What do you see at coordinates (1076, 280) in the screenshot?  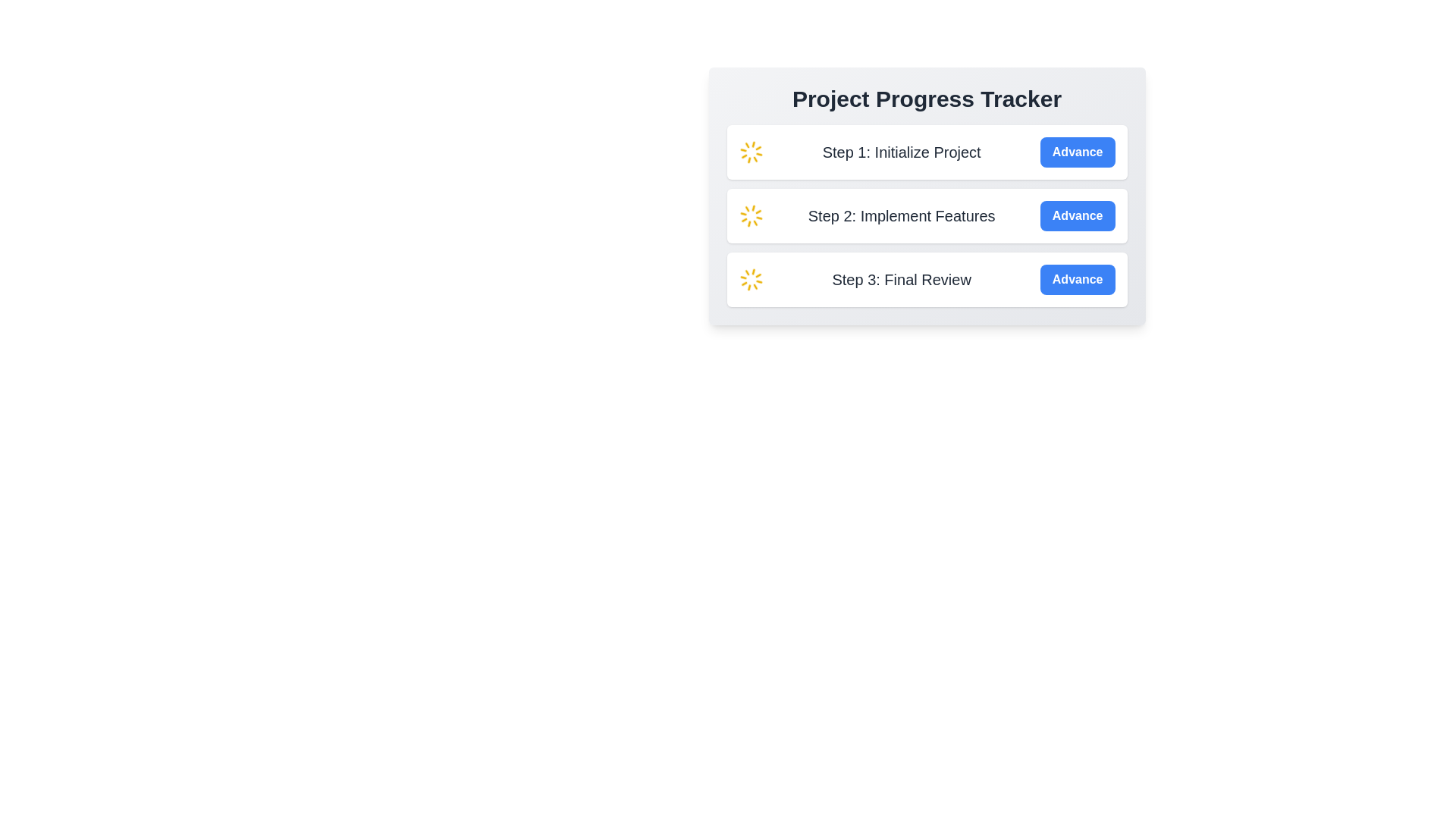 I see `the button labeled 'Step 3: Final Review' located in the bottom row of the project steps to proceed to the next step` at bounding box center [1076, 280].